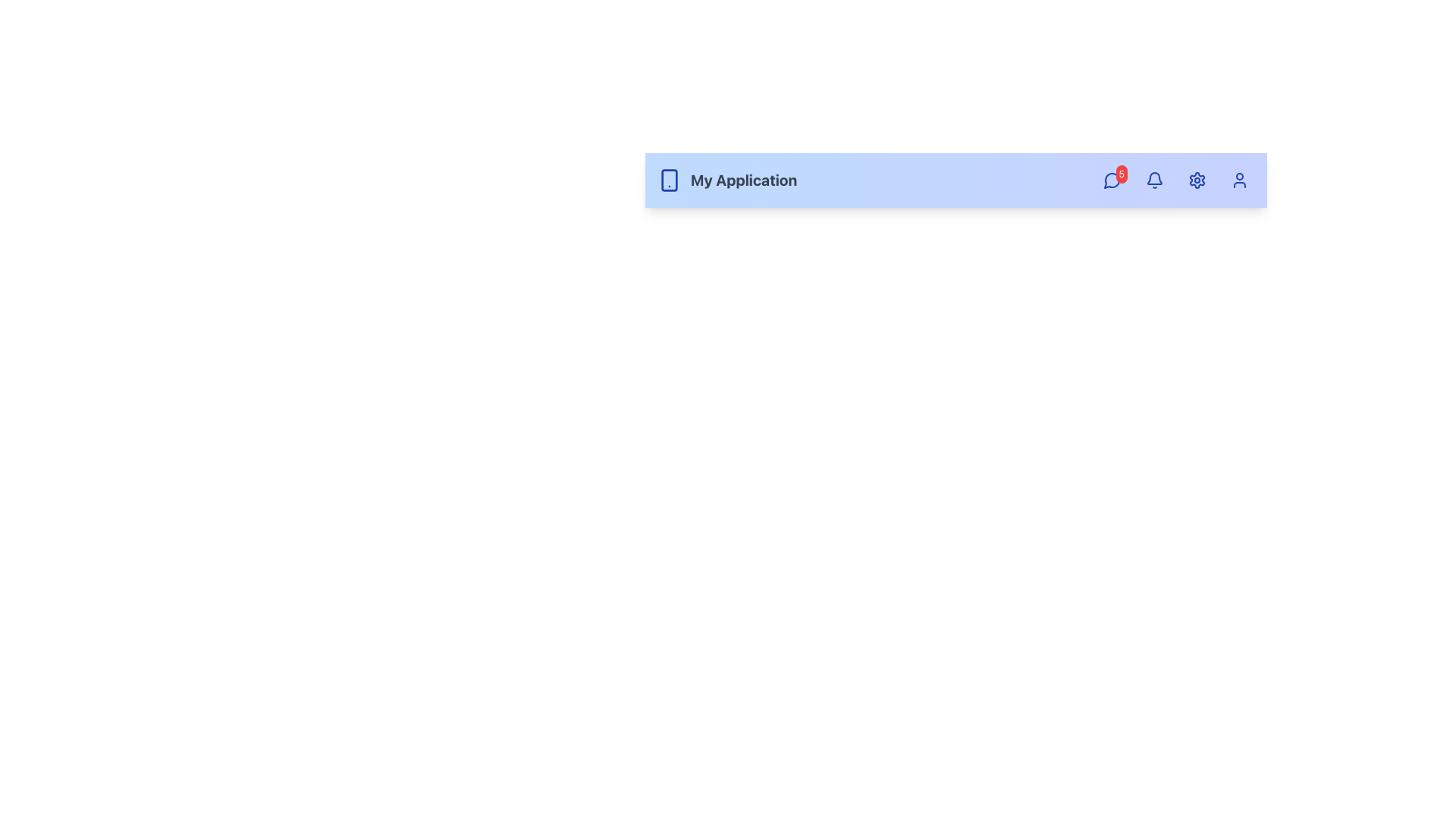  What do you see at coordinates (1197, 180) in the screenshot?
I see `the rounded blue gear icon button located in the top-right section of the interface` at bounding box center [1197, 180].